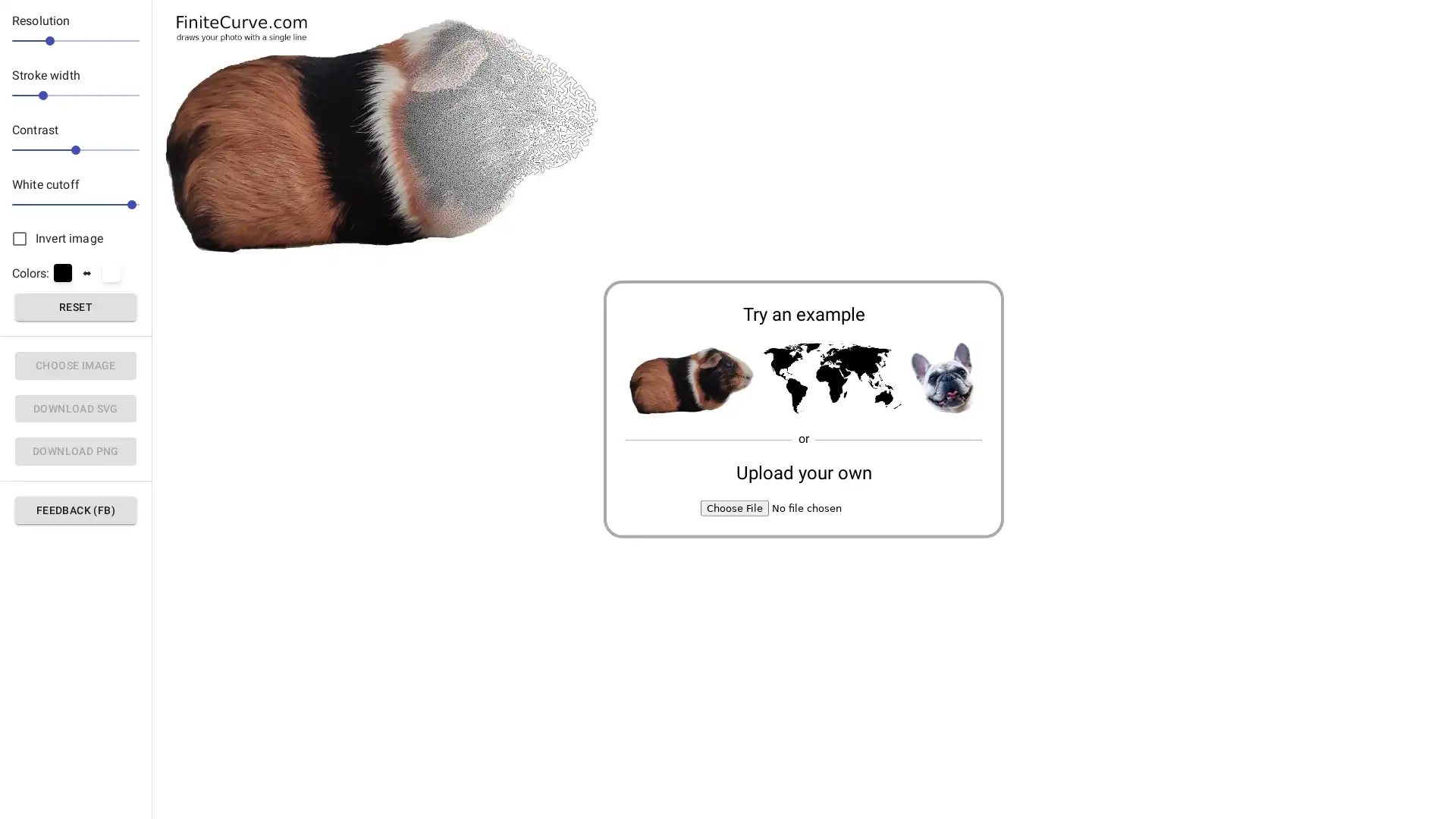  What do you see at coordinates (944, 378) in the screenshot?
I see `I've heard humans say it's a doggy dog world, and I couldn't agree more.` at bounding box center [944, 378].